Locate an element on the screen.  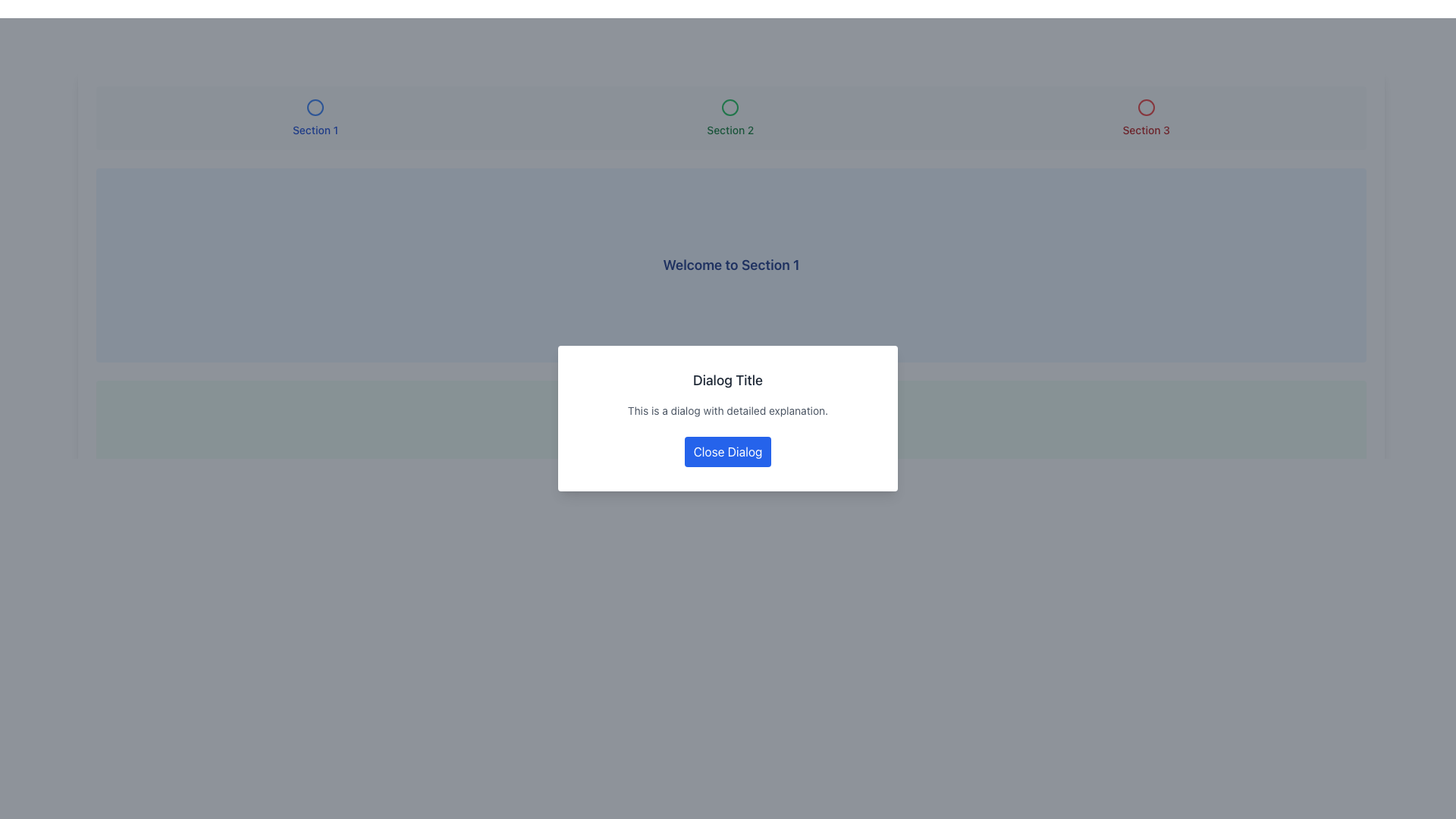
text content of the title Text Label located at the header section of the white dialog box with rounded edges and shadow is located at coordinates (728, 379).